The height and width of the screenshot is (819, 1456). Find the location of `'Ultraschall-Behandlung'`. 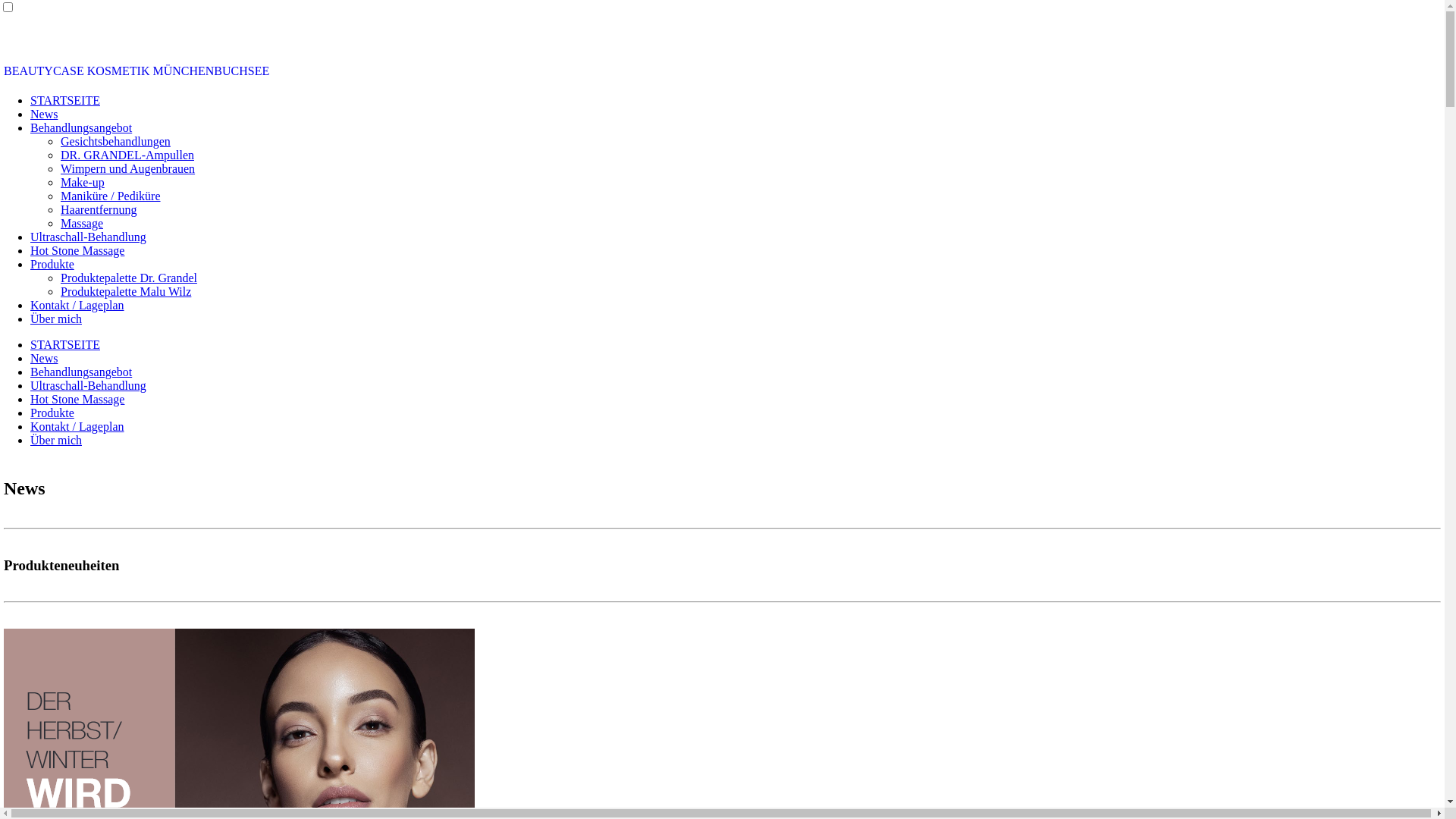

'Ultraschall-Behandlung' is located at coordinates (87, 237).